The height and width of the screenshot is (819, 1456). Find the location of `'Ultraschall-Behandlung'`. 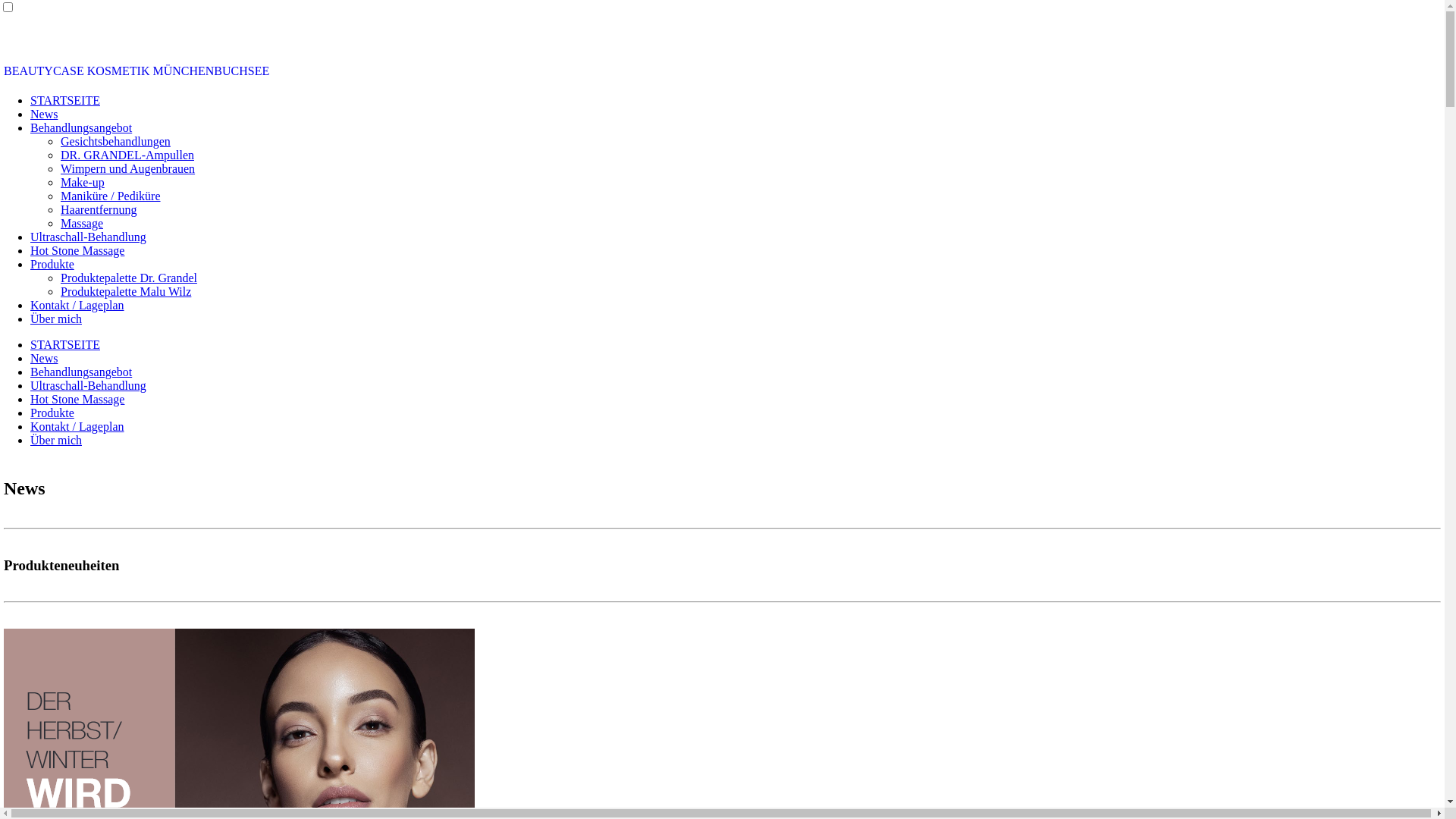

'Ultraschall-Behandlung' is located at coordinates (87, 237).